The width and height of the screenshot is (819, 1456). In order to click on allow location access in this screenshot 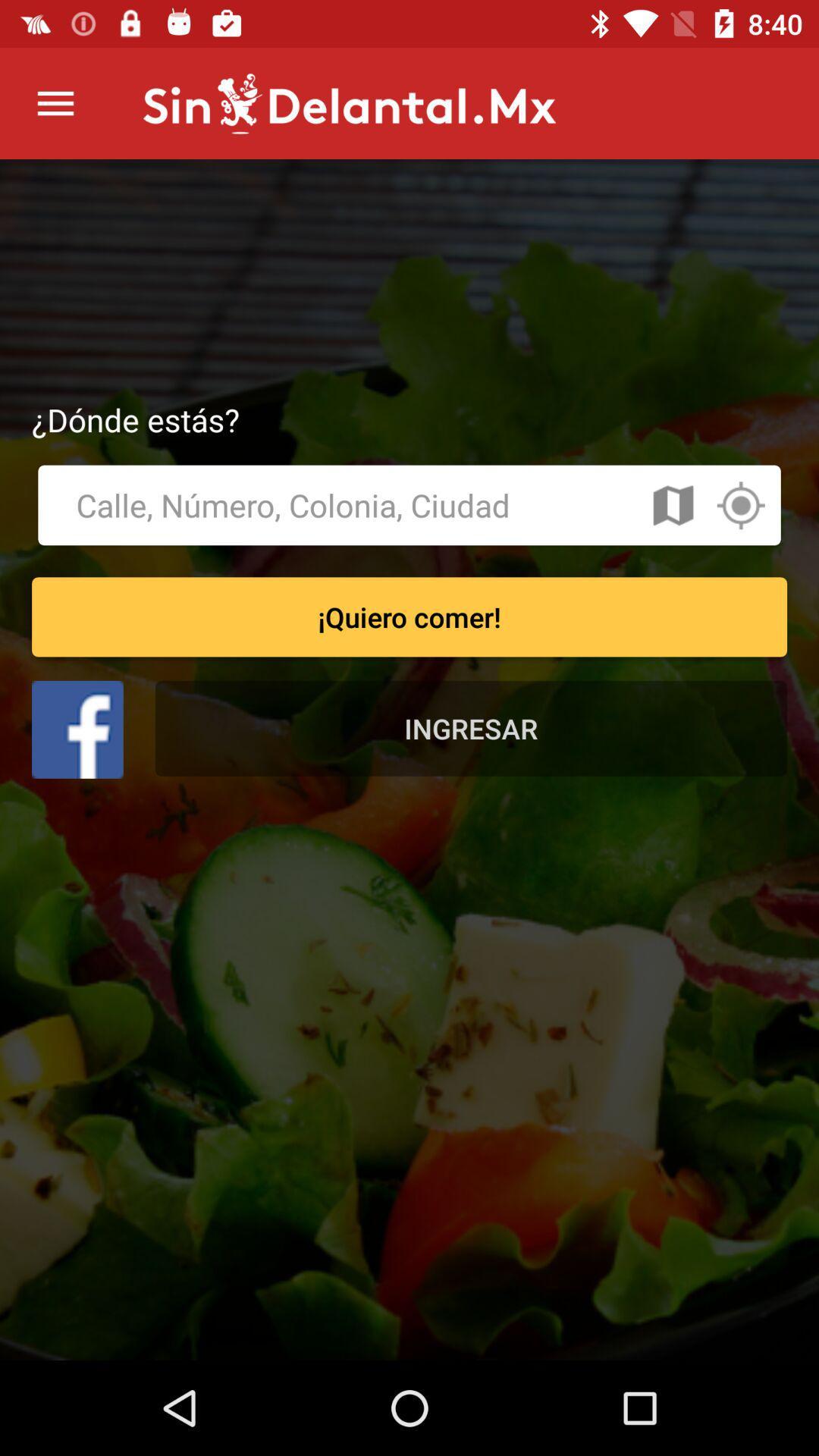, I will do `click(739, 505)`.